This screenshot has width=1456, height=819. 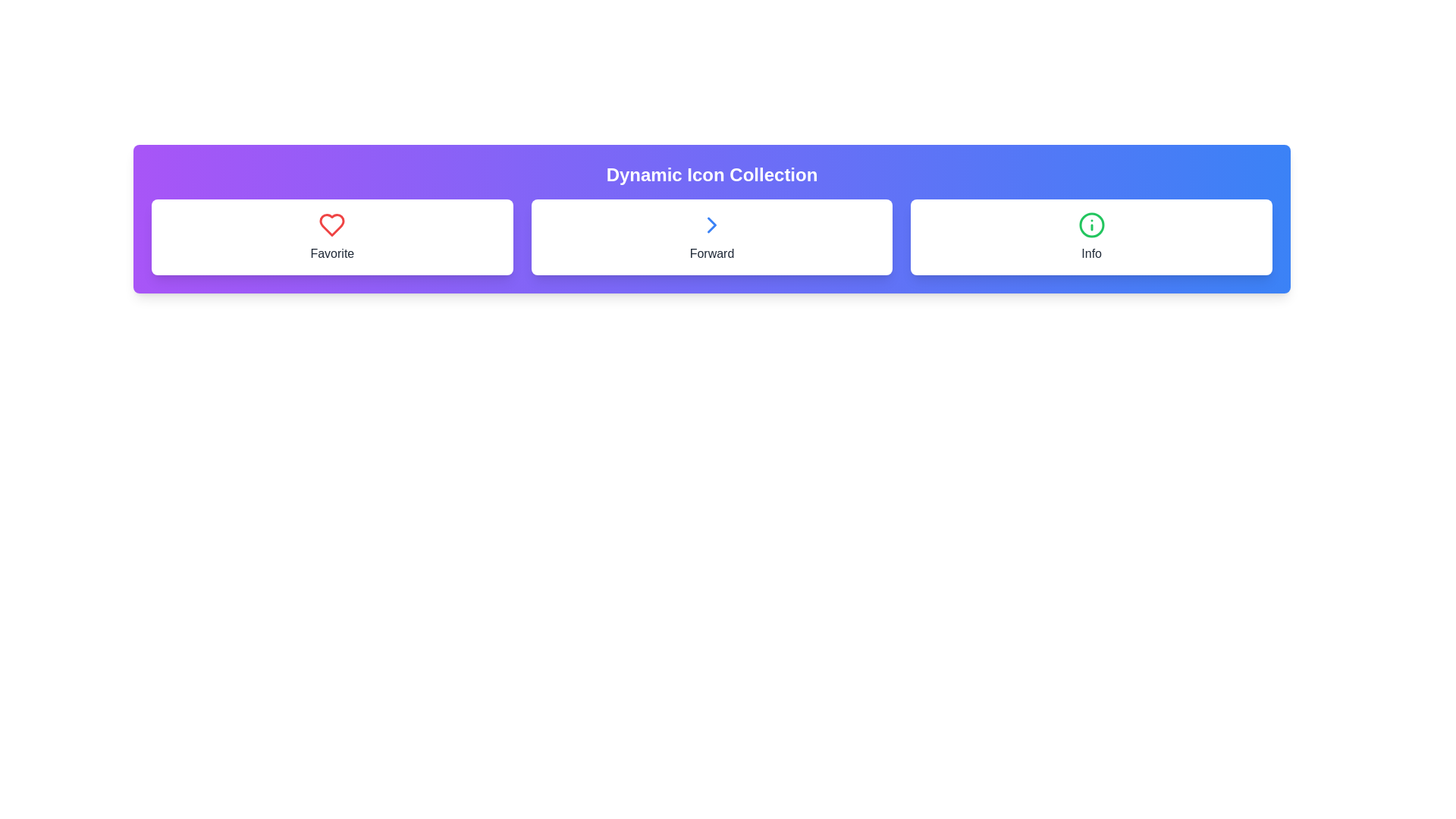 I want to click on the rightward-pointing chevron icon within the 'Forward' card, which is styled in blue and represents a simple geometric line design, so click(x=711, y=225).